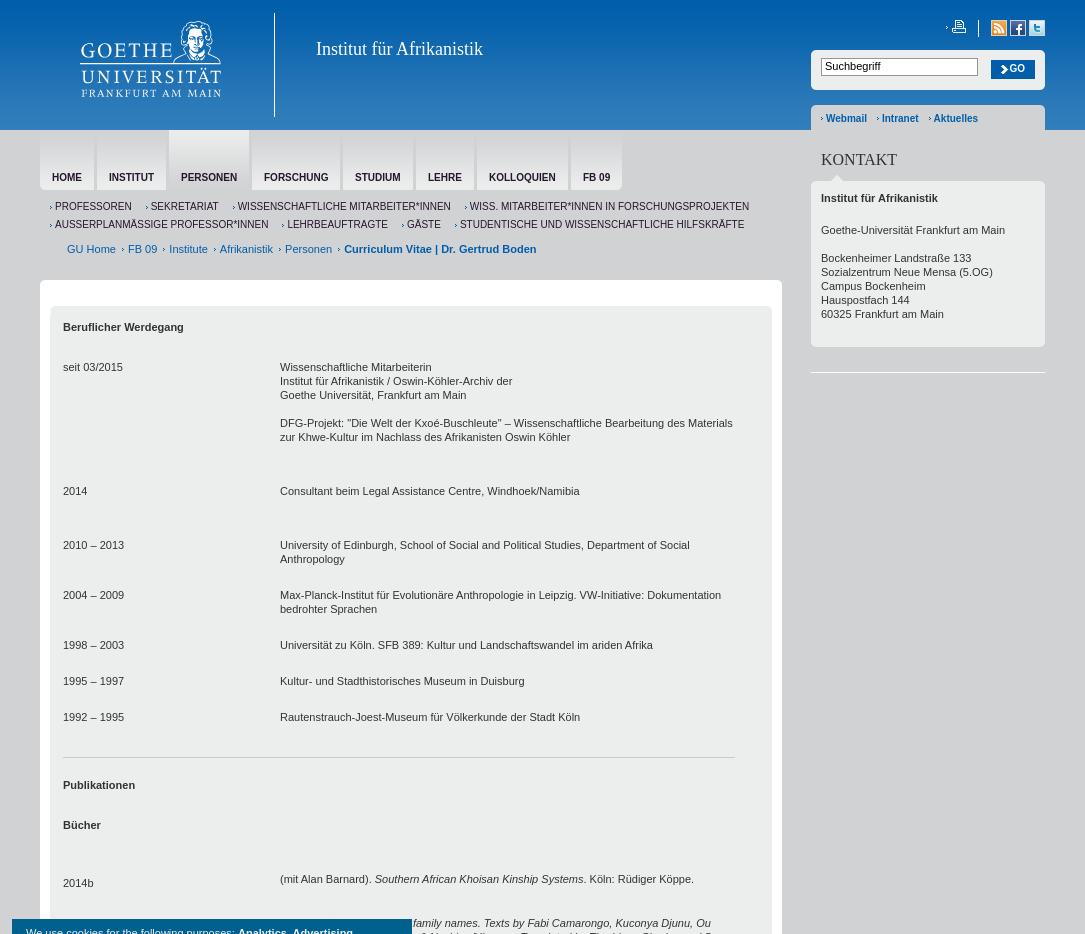 The width and height of the screenshot is (1085, 934). I want to click on 'Institute', so click(169, 249).